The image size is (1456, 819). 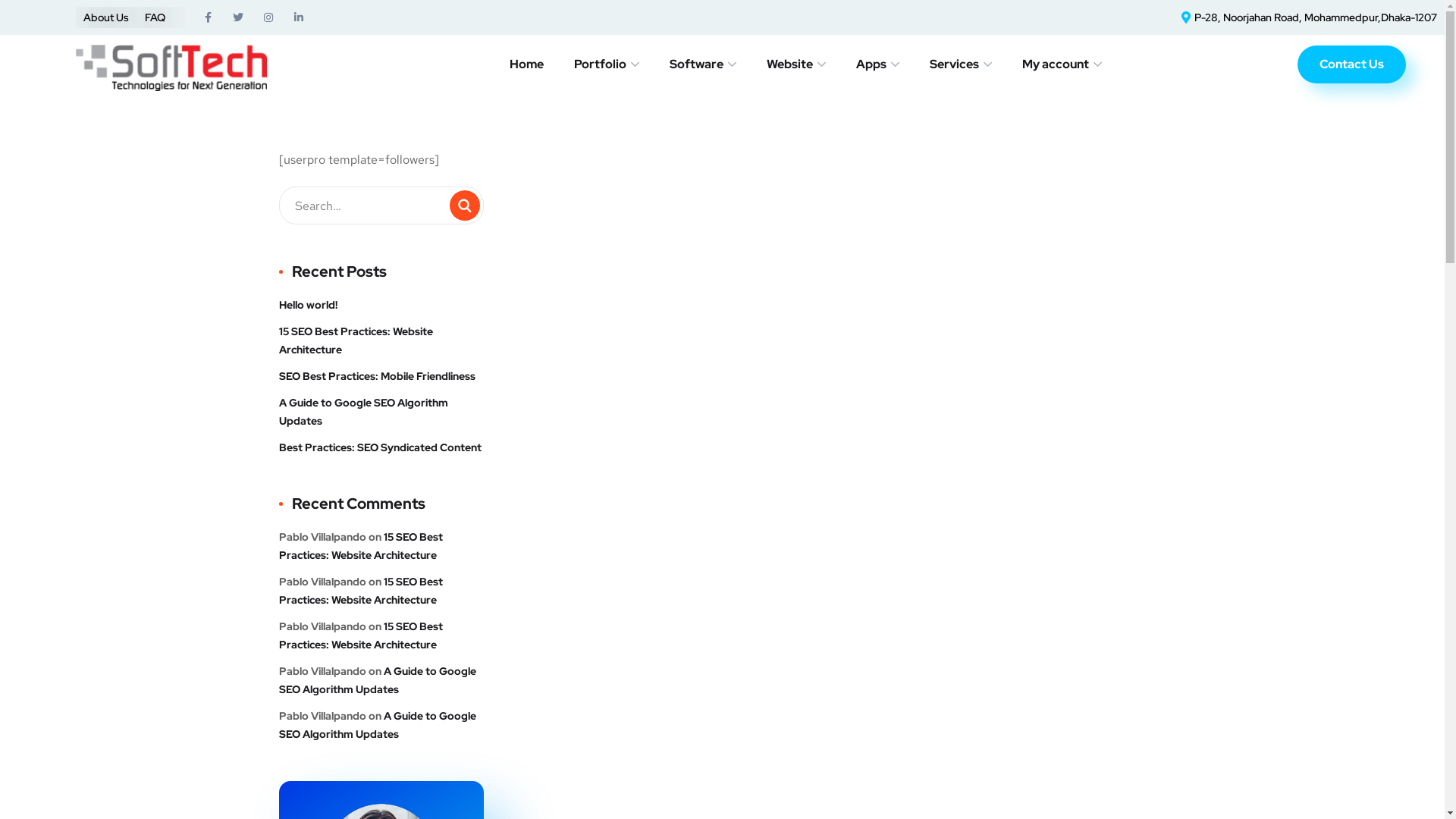 What do you see at coordinates (155, 17) in the screenshot?
I see `'FAQ'` at bounding box center [155, 17].